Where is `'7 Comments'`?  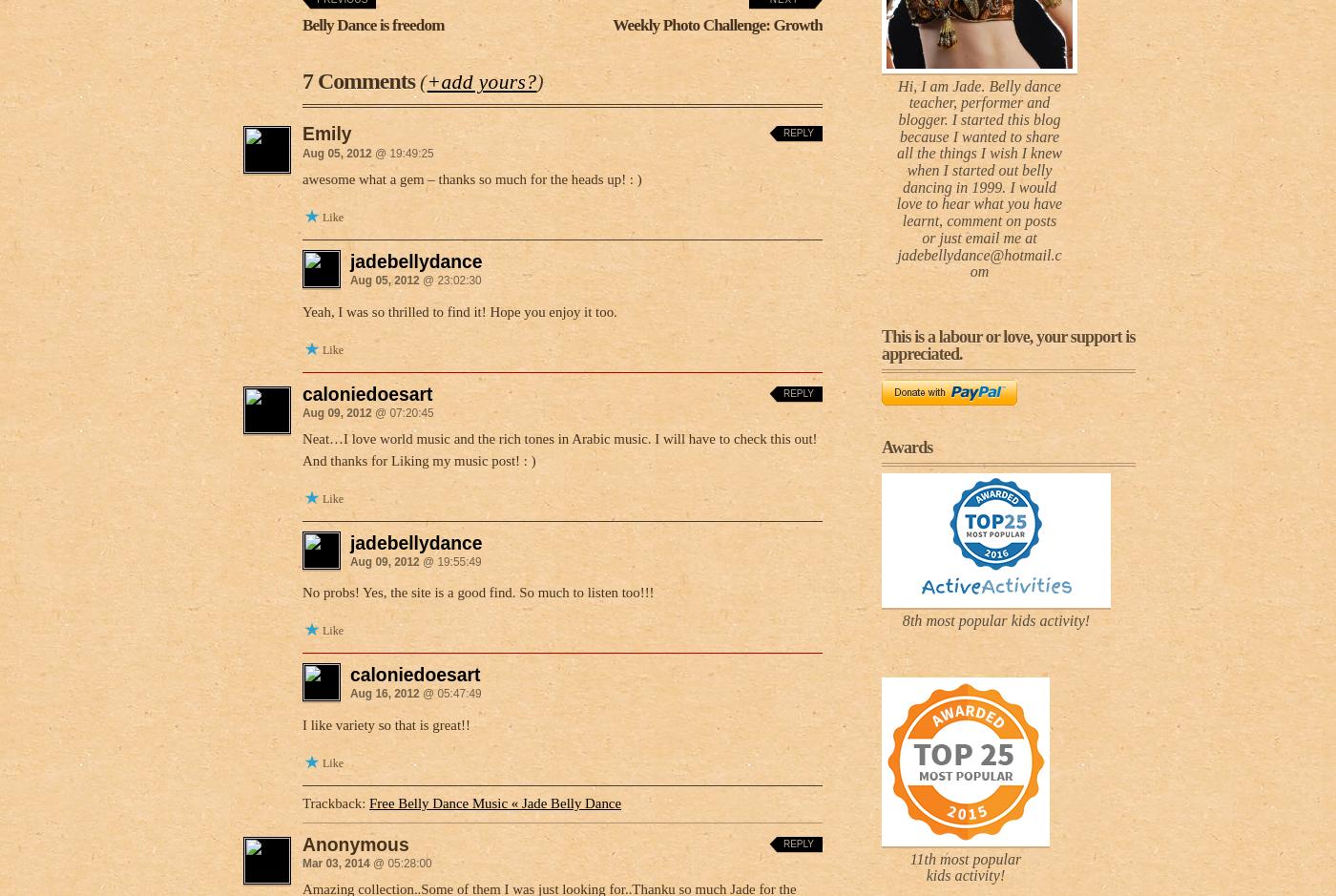
'7 Comments' is located at coordinates (361, 80).